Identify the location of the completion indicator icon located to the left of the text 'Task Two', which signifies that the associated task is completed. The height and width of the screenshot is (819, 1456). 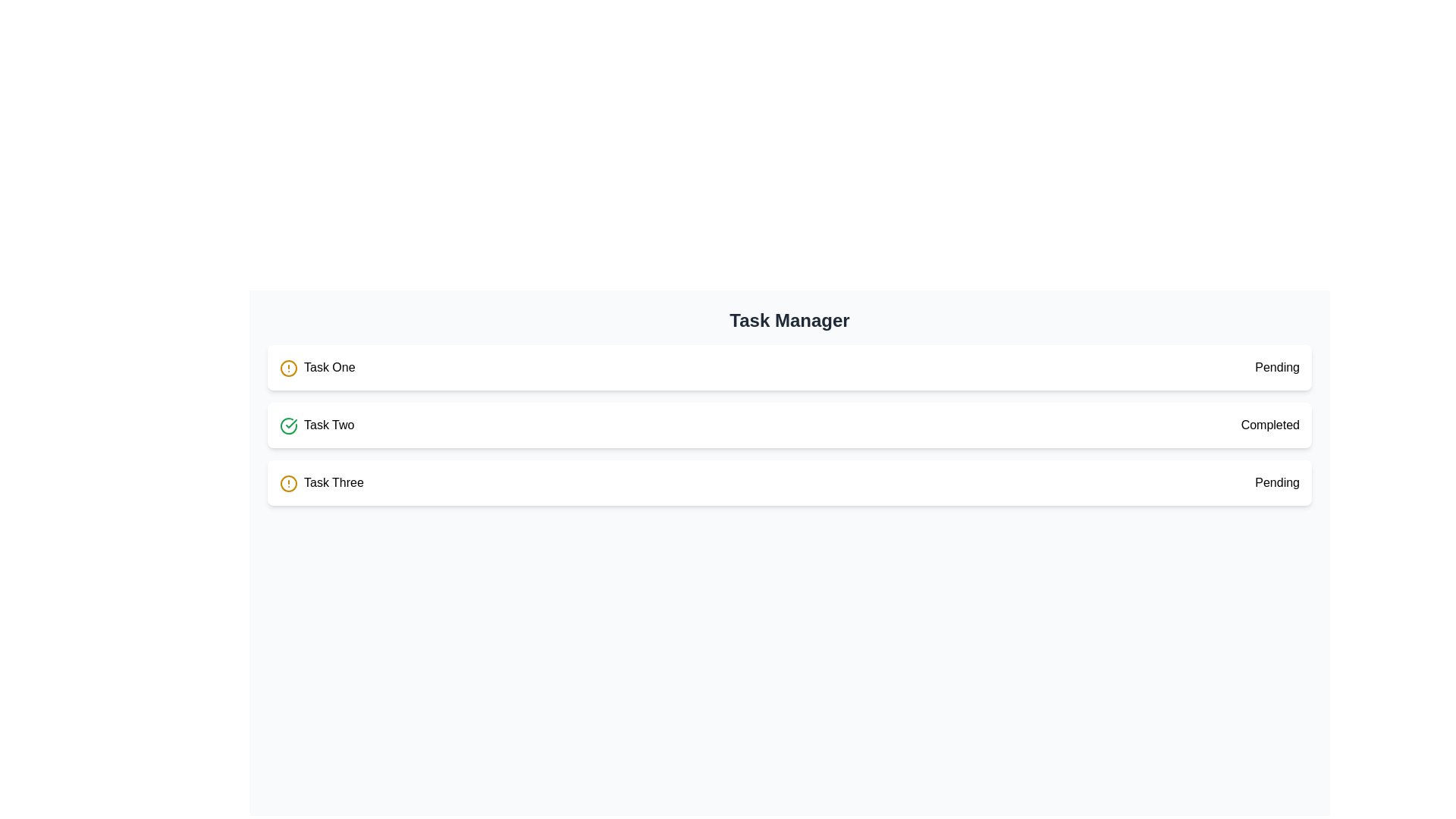
(288, 425).